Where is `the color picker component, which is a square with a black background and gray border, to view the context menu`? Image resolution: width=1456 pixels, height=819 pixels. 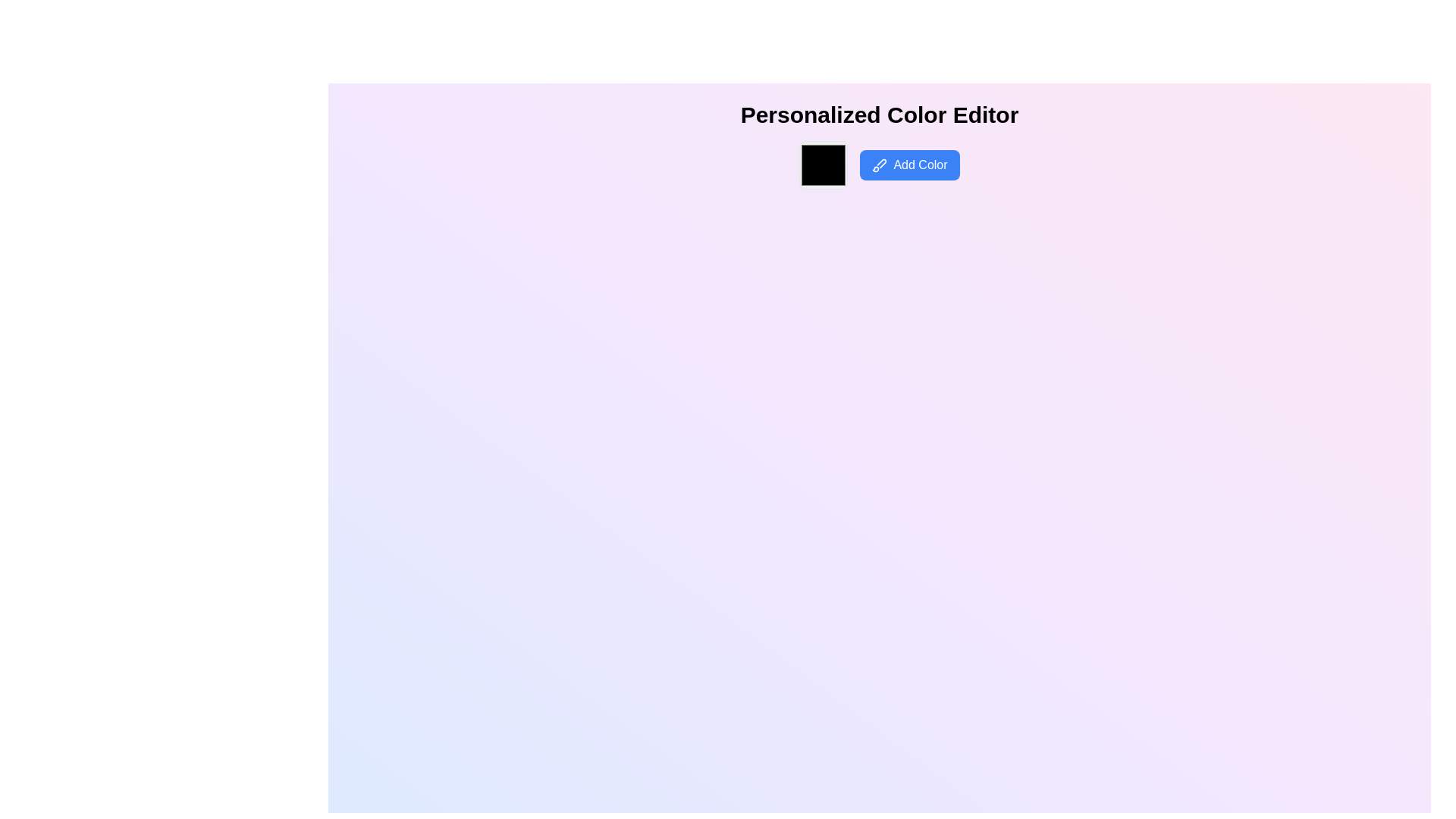 the color picker component, which is a square with a black background and gray border, to view the context menu is located at coordinates (823, 165).